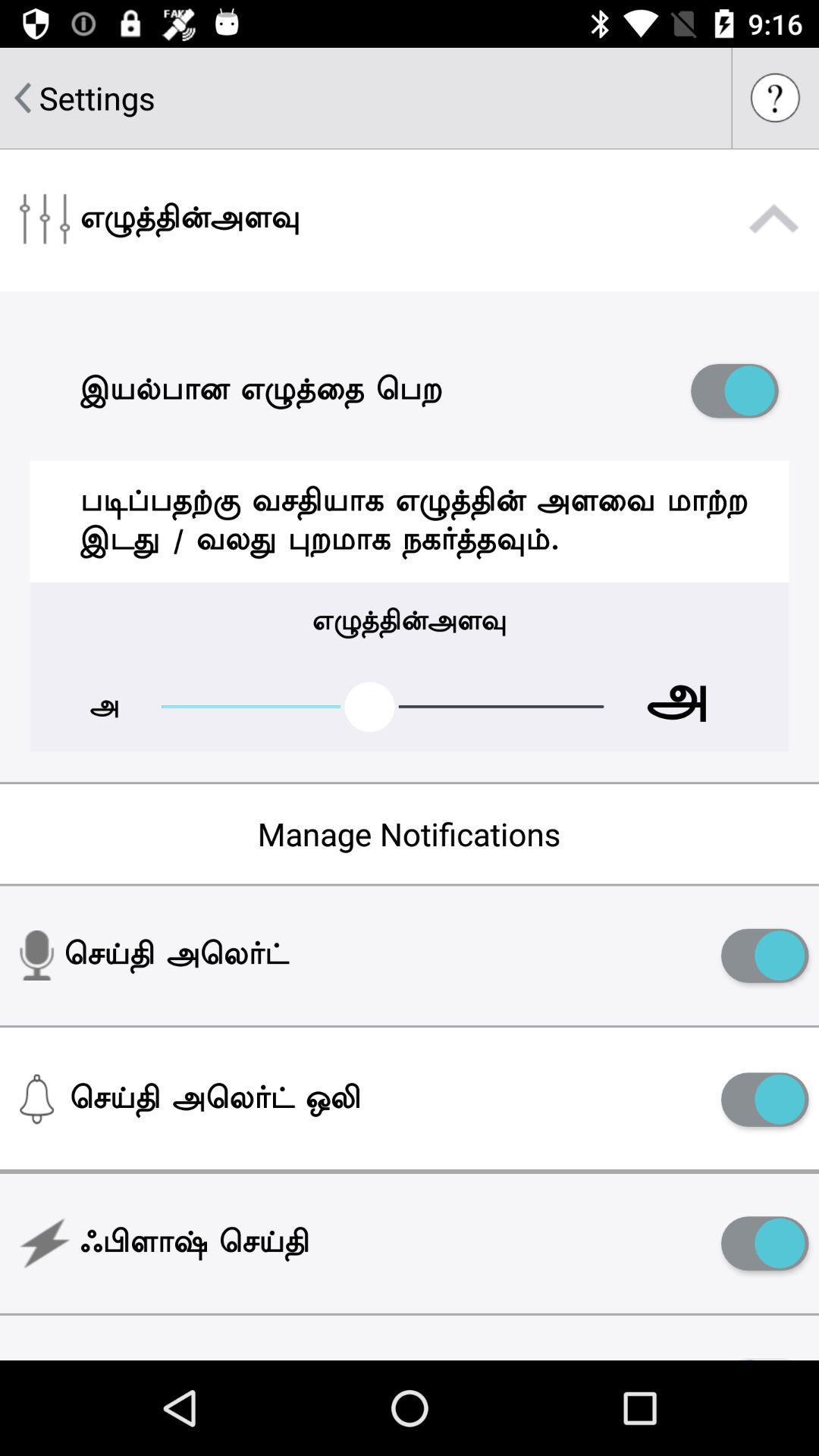 The height and width of the screenshot is (1456, 819). What do you see at coordinates (23, 97) in the screenshot?
I see `go back` at bounding box center [23, 97].